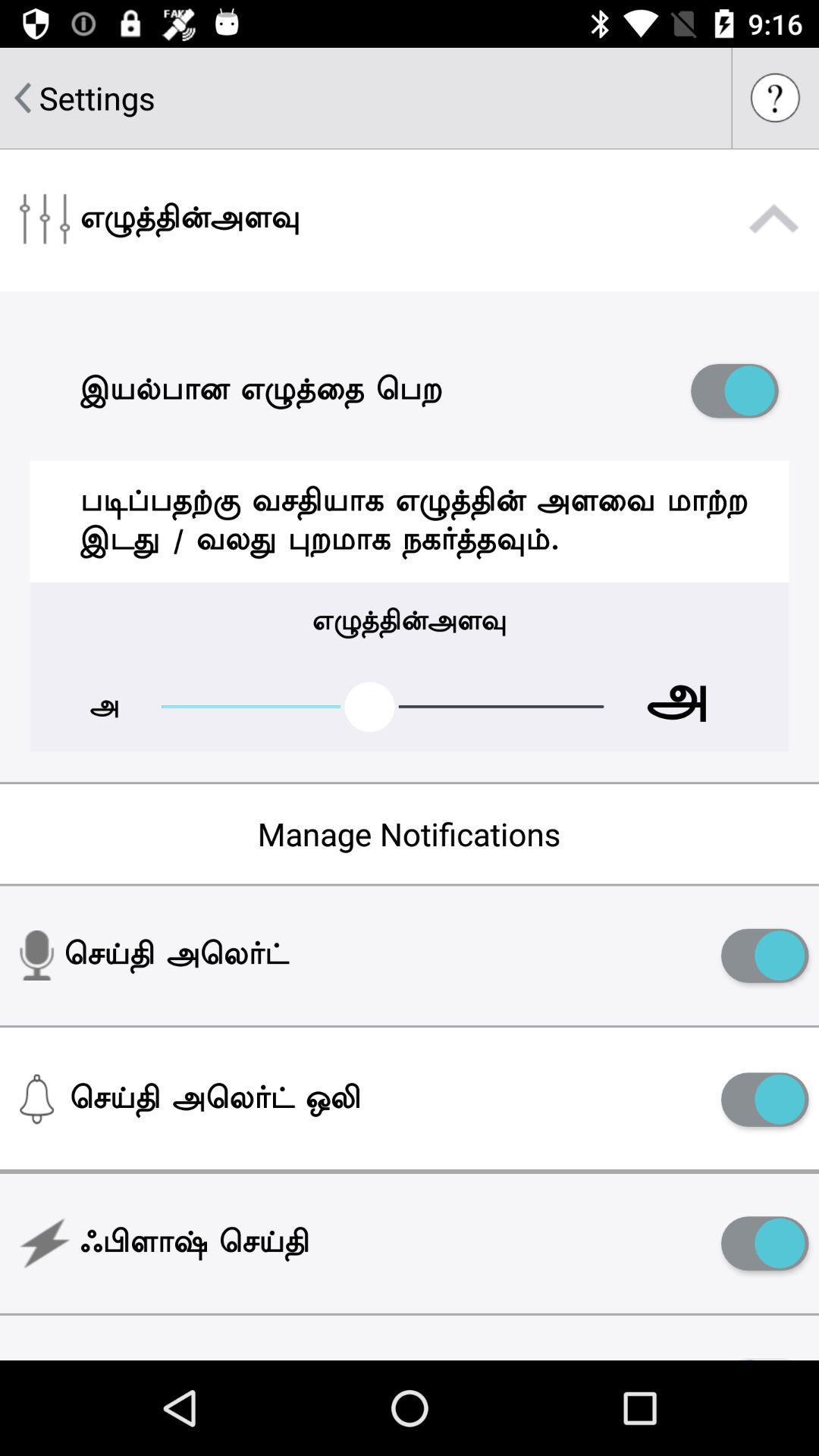 The height and width of the screenshot is (1456, 819). What do you see at coordinates (23, 97) in the screenshot?
I see `go back` at bounding box center [23, 97].